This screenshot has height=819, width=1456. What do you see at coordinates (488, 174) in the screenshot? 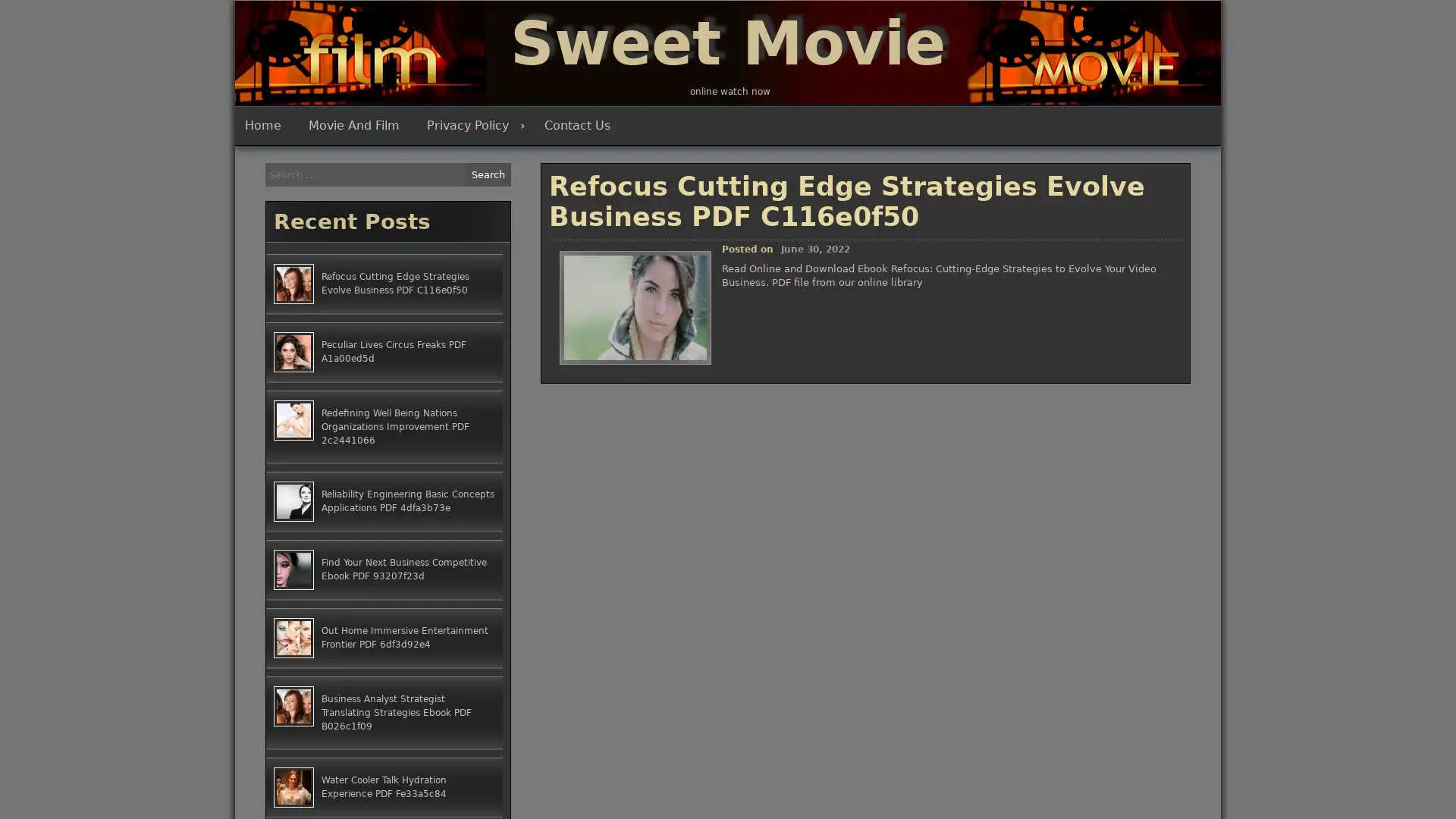
I see `Search` at bounding box center [488, 174].